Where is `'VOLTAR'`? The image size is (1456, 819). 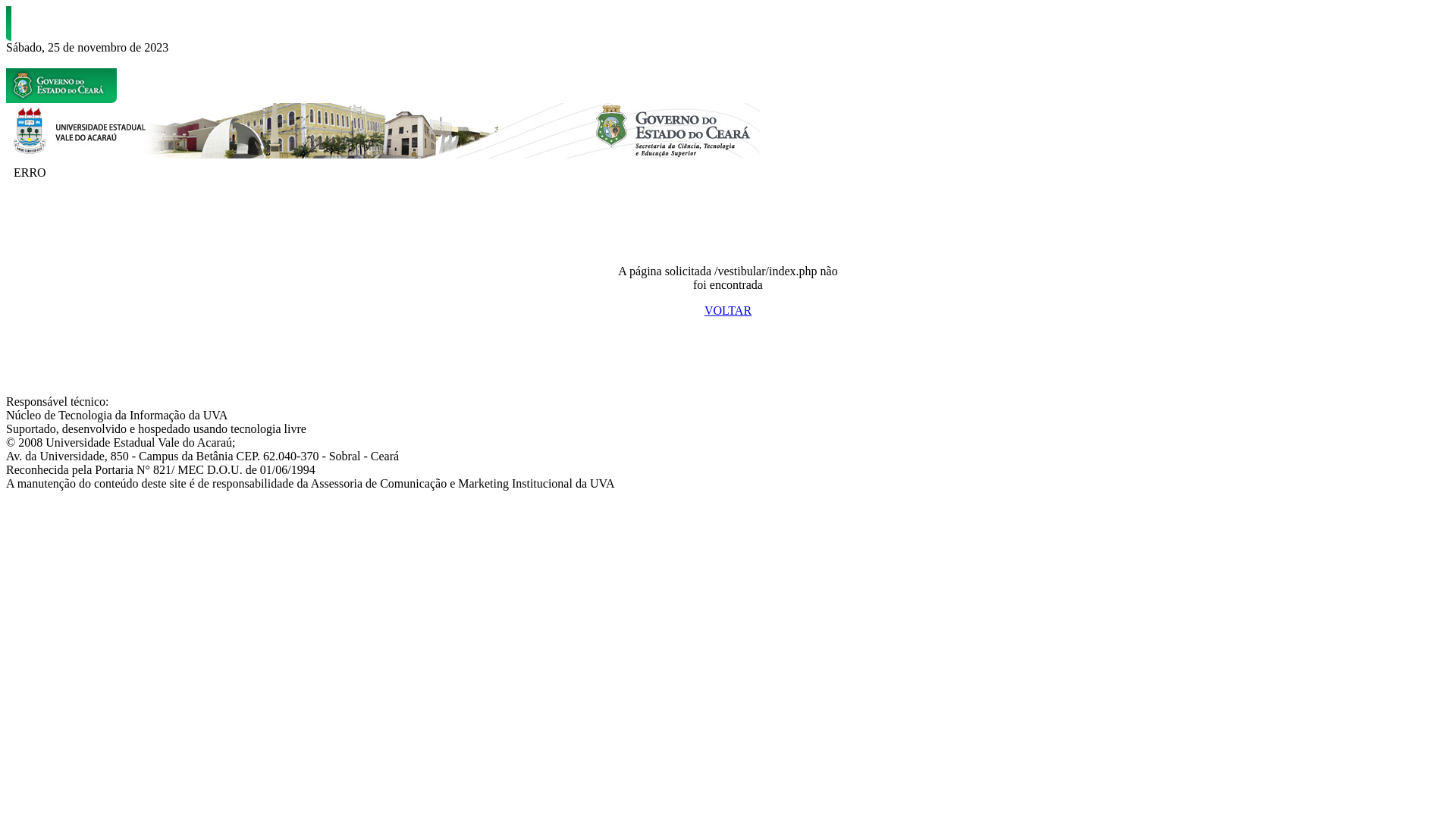 'VOLTAR' is located at coordinates (728, 309).